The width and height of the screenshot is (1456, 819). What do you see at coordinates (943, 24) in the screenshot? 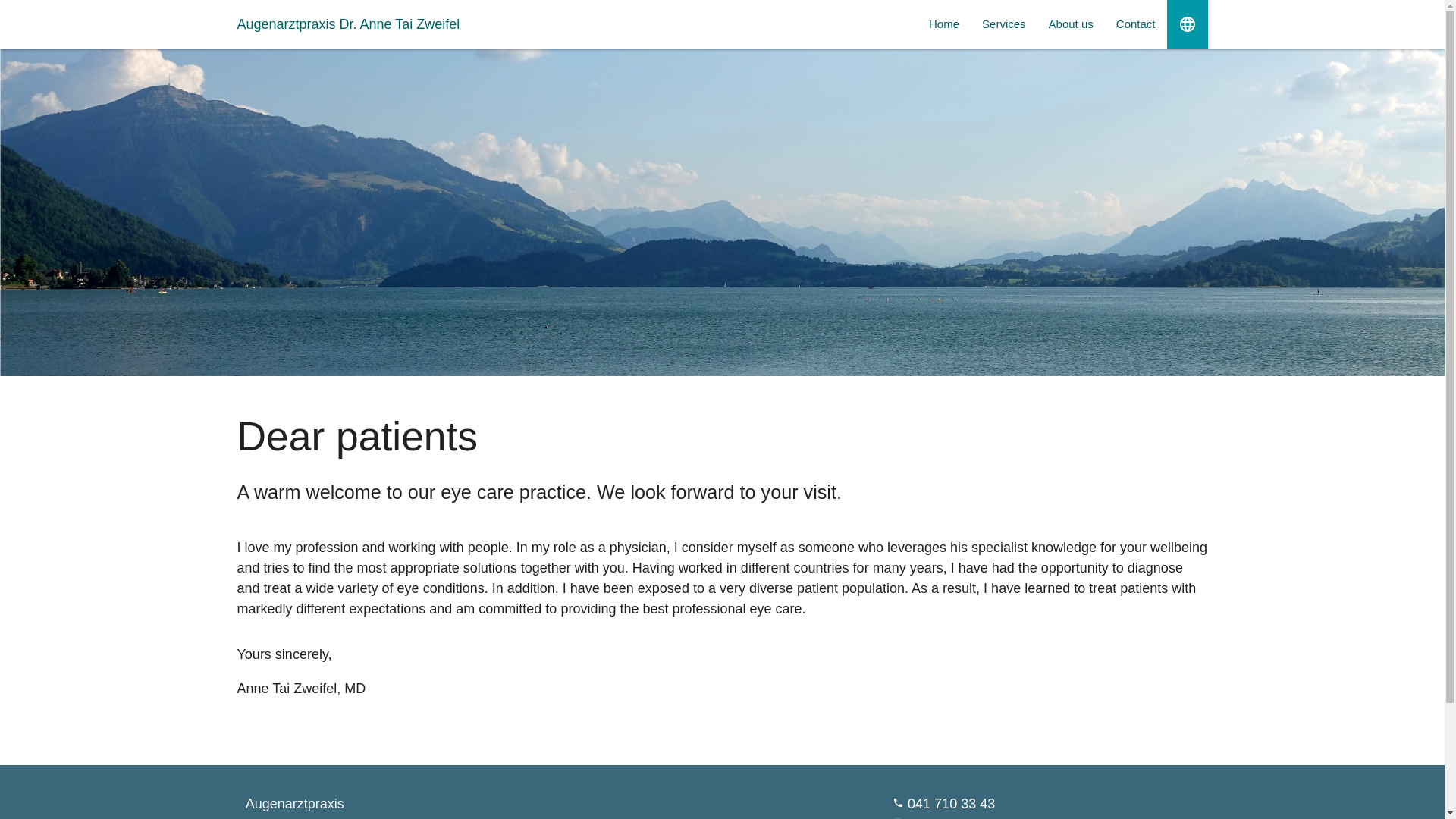
I see `'Home'` at bounding box center [943, 24].